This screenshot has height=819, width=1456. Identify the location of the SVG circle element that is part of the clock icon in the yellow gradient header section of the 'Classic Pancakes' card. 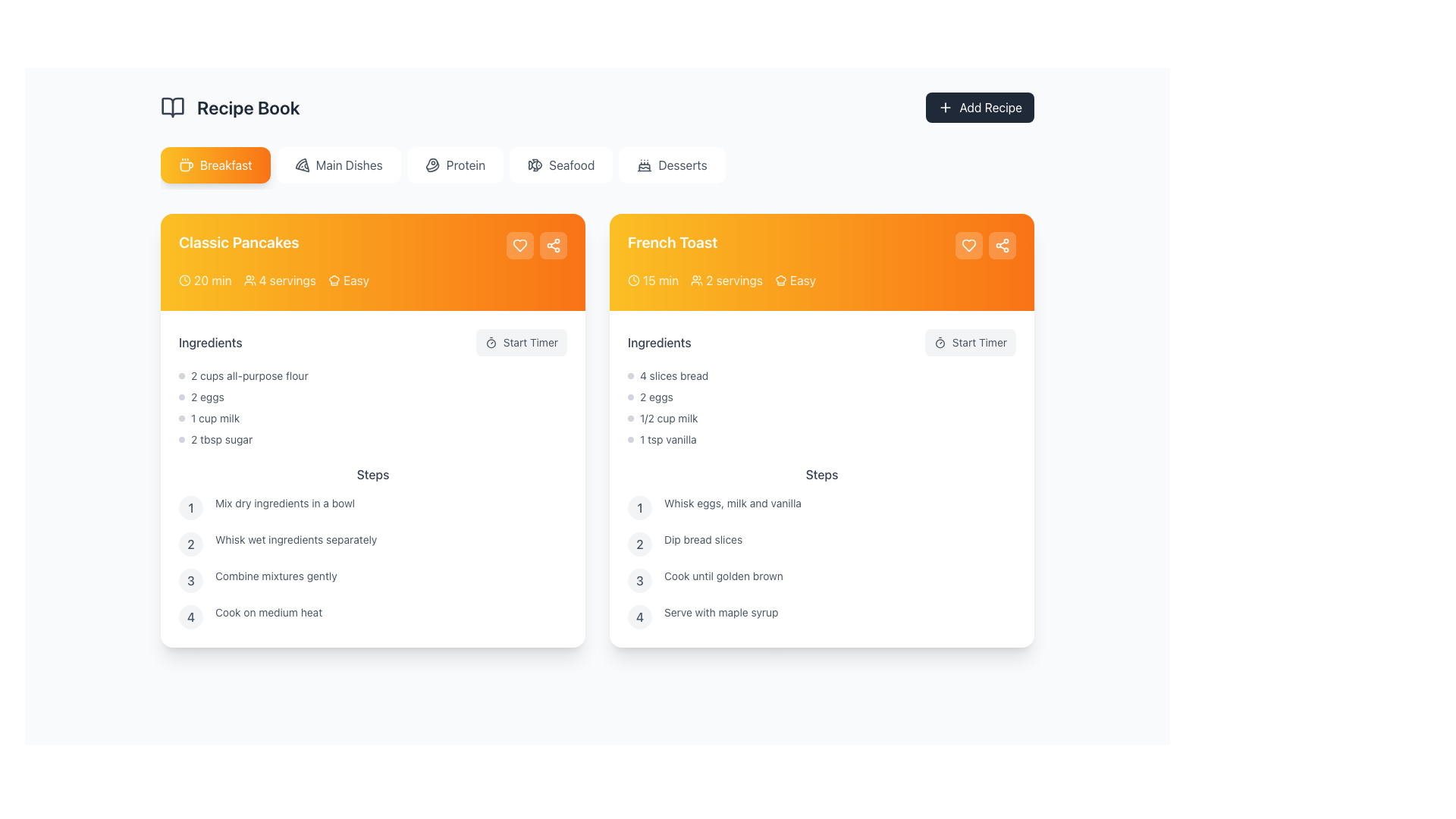
(184, 281).